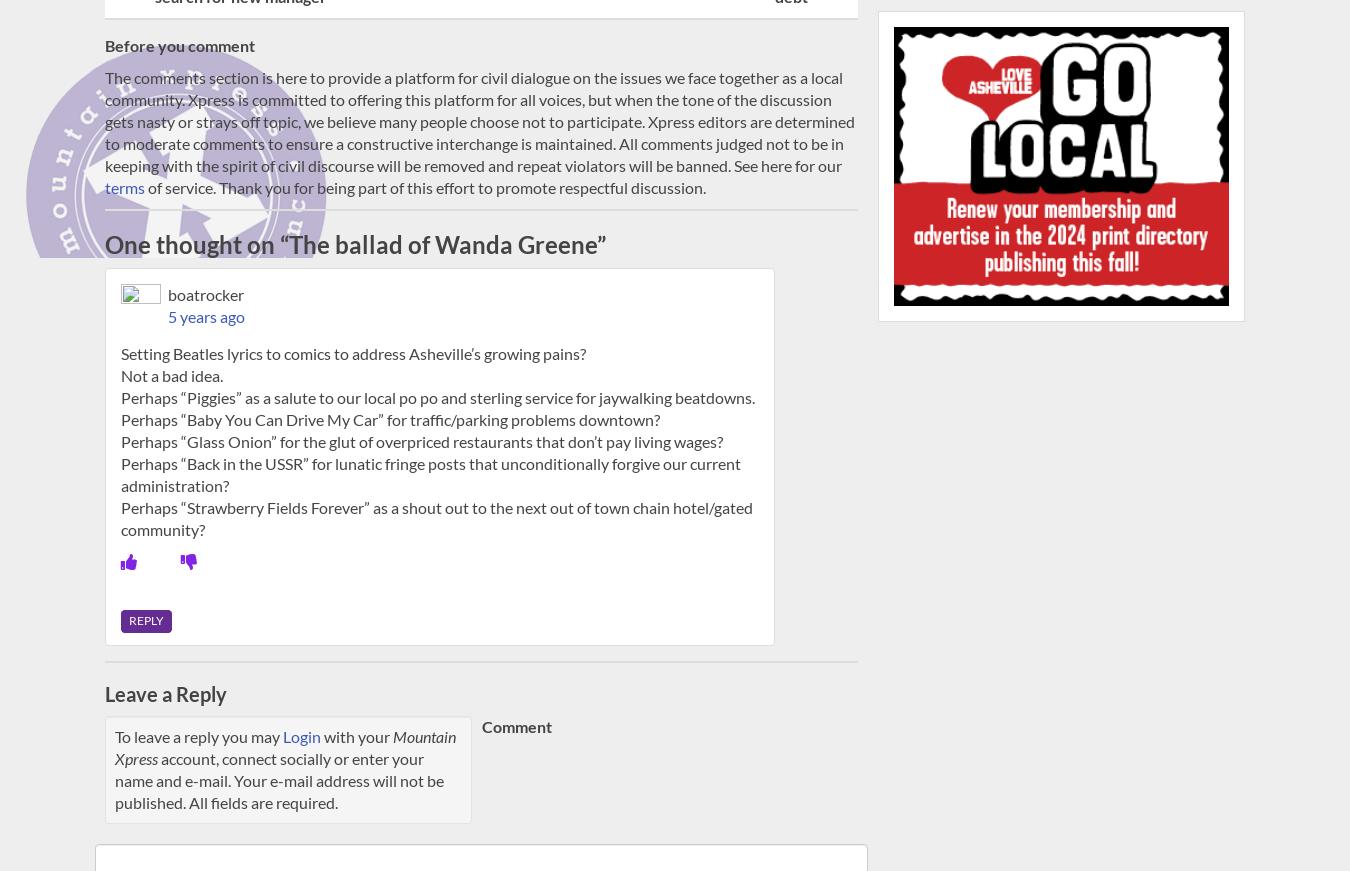  Describe the element at coordinates (431, 474) in the screenshot. I see `'Perhaps “Back in the USSR” for lunatic fringe posts that unconditionally forgive our current administration?'` at that location.